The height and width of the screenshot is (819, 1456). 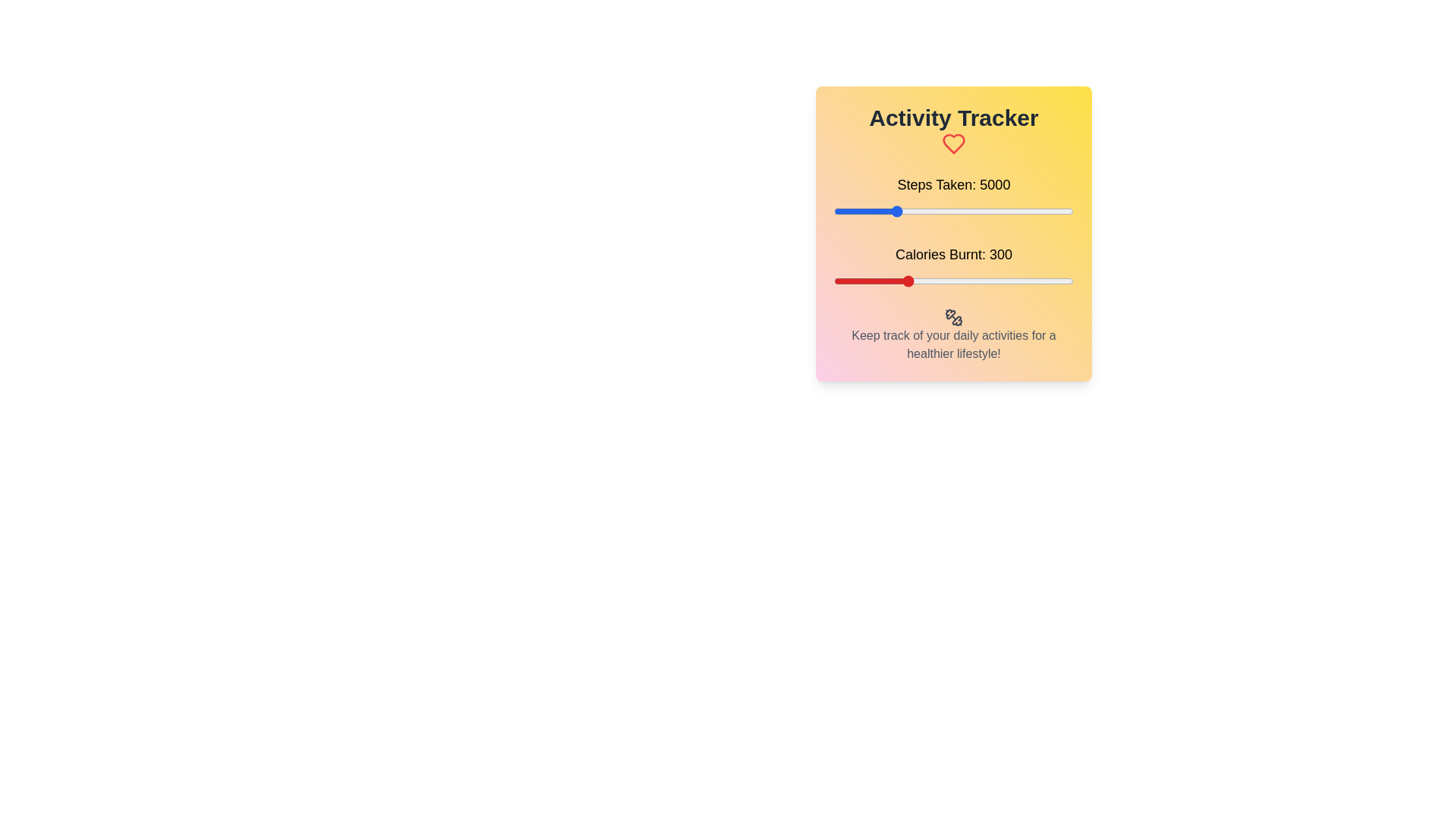 What do you see at coordinates (952, 344) in the screenshot?
I see `the static text element that provides motivational information, located at the bottom of the interface with a yellow gradient background` at bounding box center [952, 344].